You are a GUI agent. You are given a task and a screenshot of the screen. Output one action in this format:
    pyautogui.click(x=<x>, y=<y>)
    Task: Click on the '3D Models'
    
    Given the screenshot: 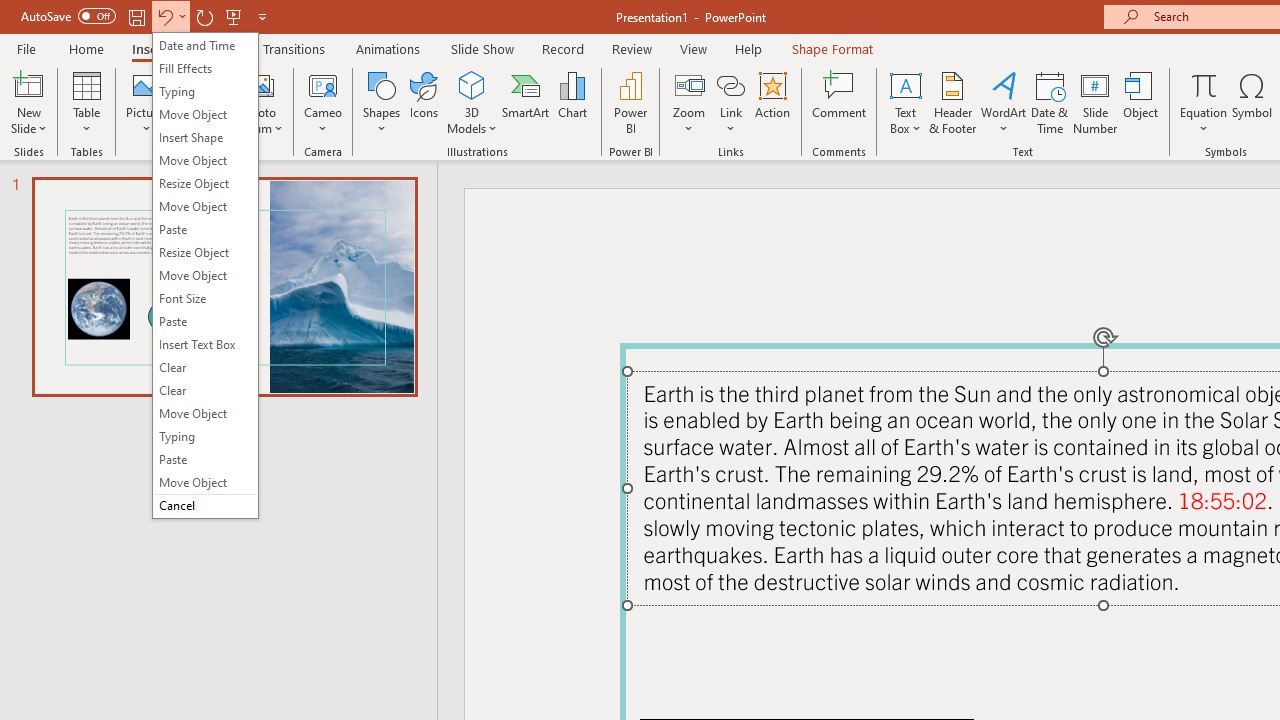 What is the action you would take?
    pyautogui.click(x=471, y=103)
    